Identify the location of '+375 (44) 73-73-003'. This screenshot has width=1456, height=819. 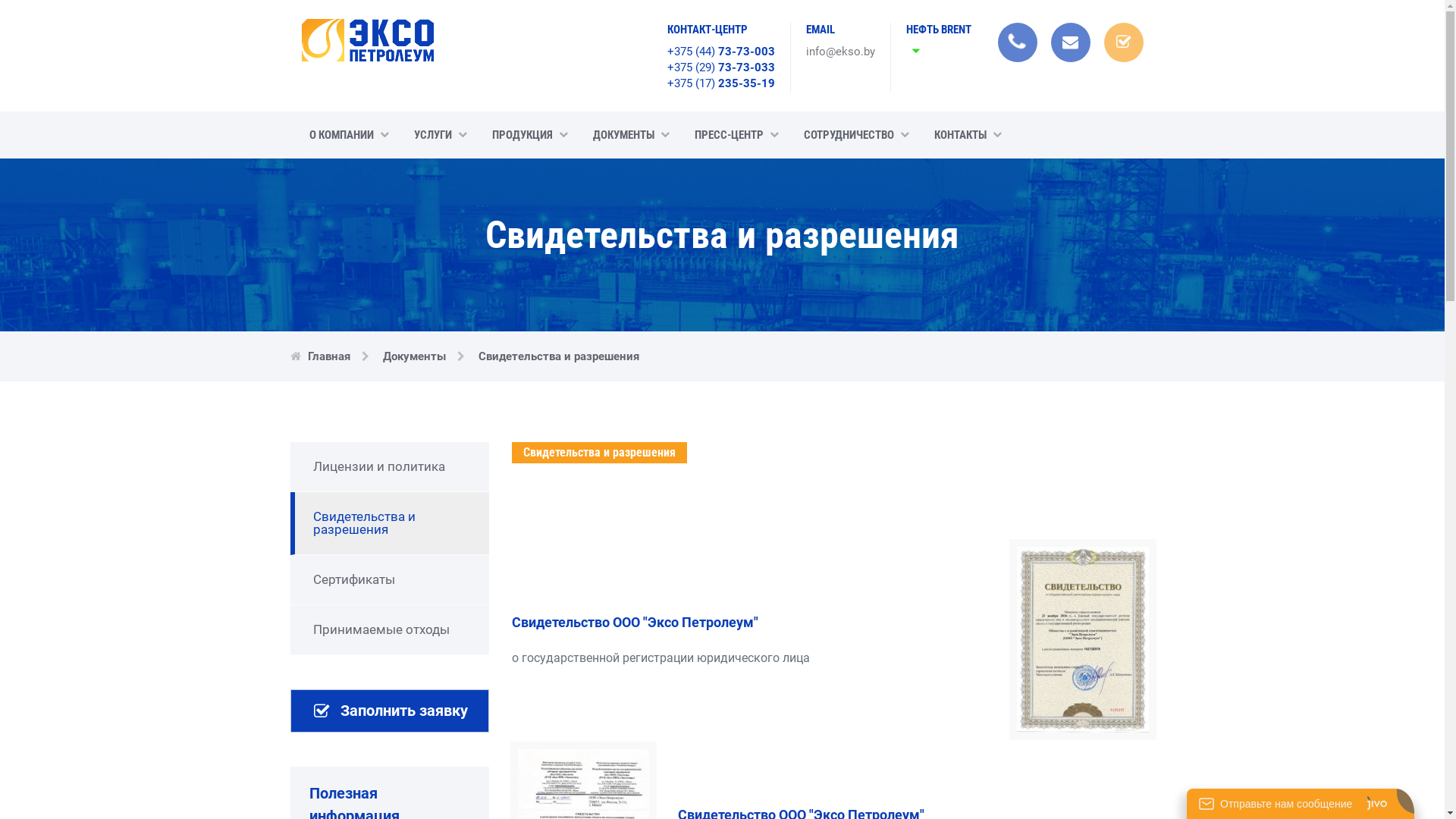
(720, 51).